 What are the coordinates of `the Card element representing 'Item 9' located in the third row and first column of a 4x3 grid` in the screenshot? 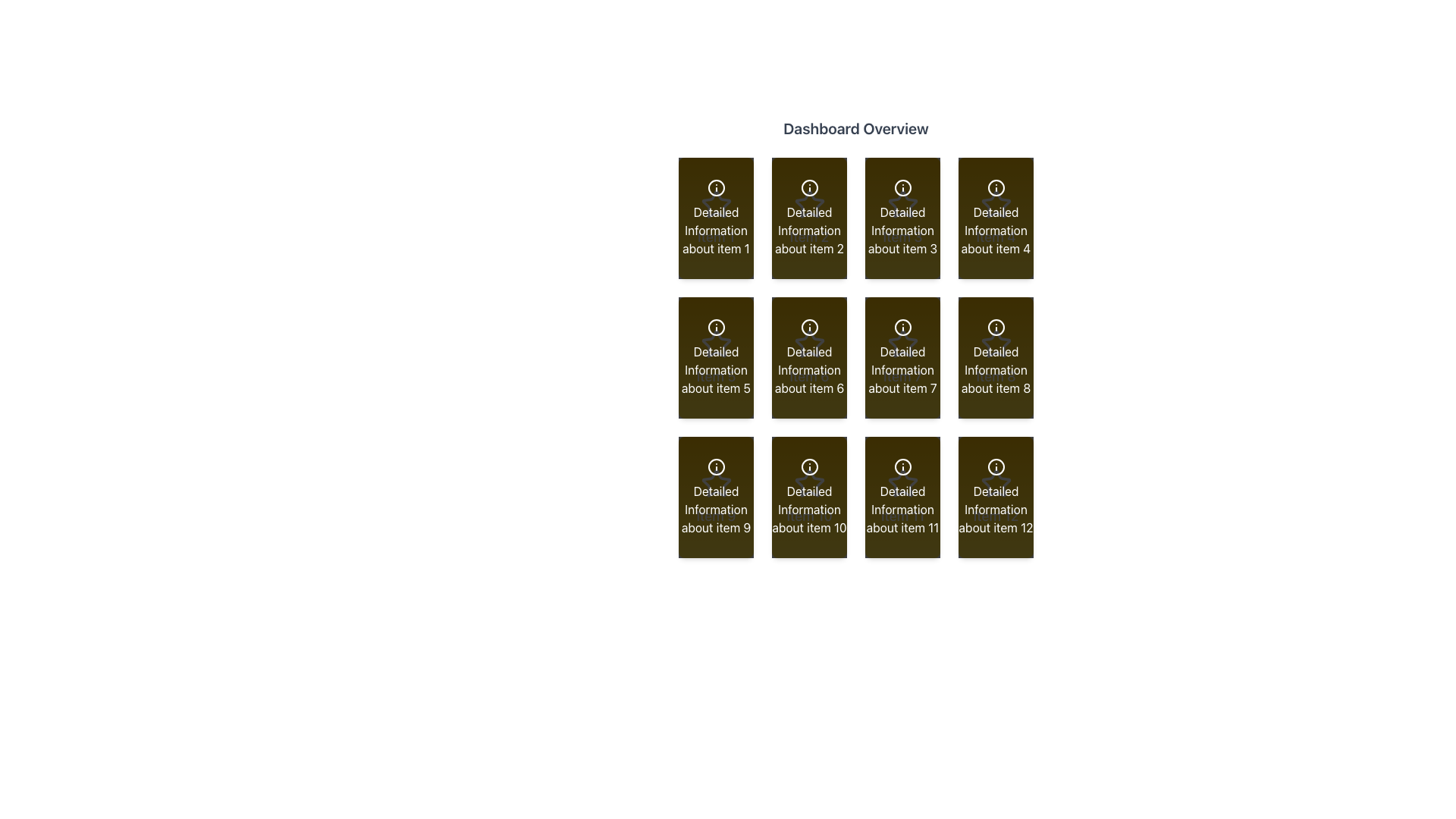 It's located at (715, 497).